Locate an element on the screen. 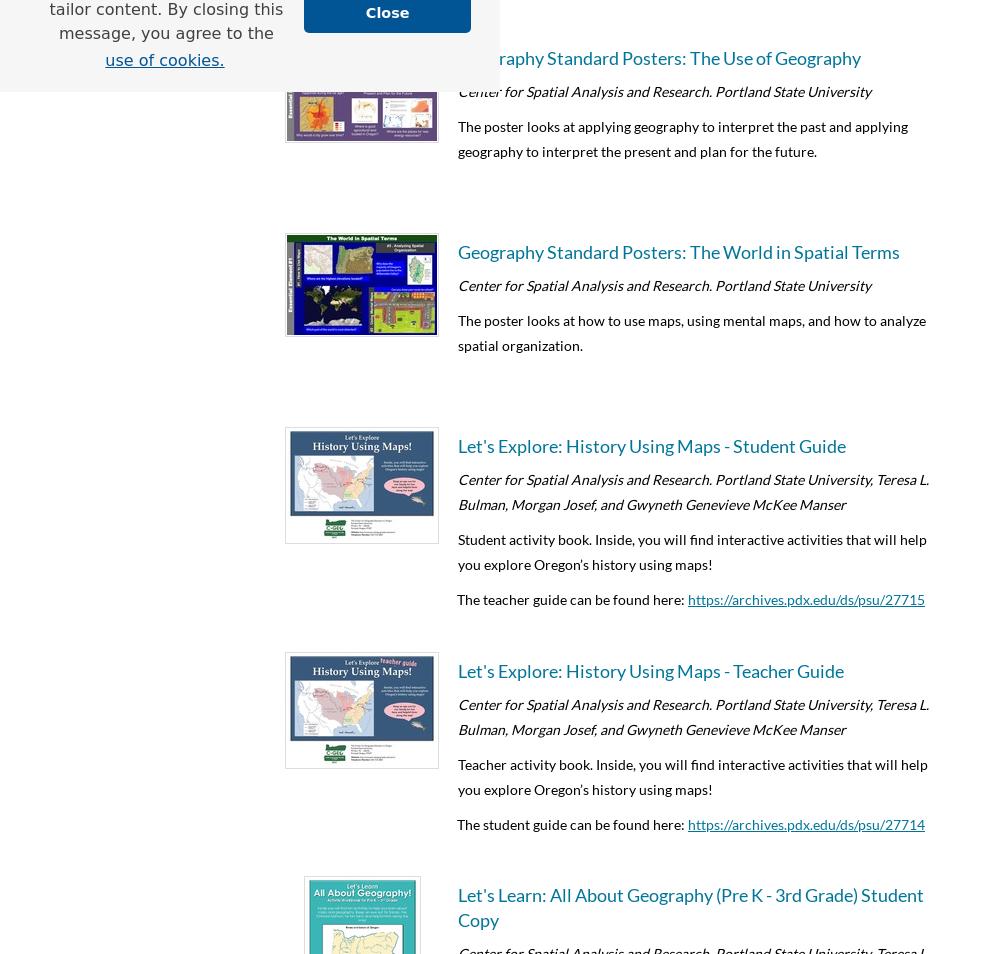  'Geography Standard Posters: The Use of Geography' is located at coordinates (658, 55).